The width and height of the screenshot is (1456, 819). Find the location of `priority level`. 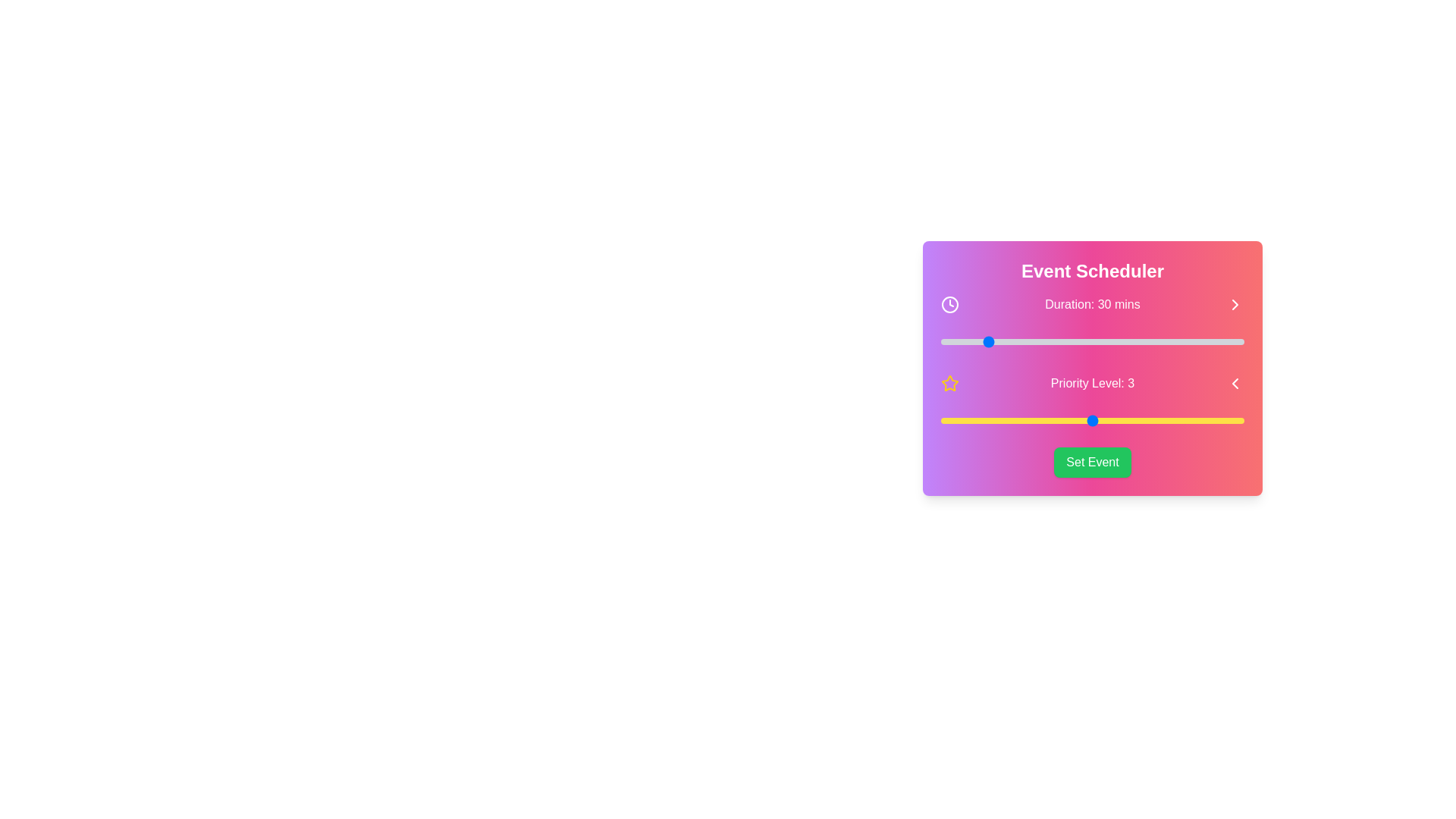

priority level is located at coordinates (1092, 421).